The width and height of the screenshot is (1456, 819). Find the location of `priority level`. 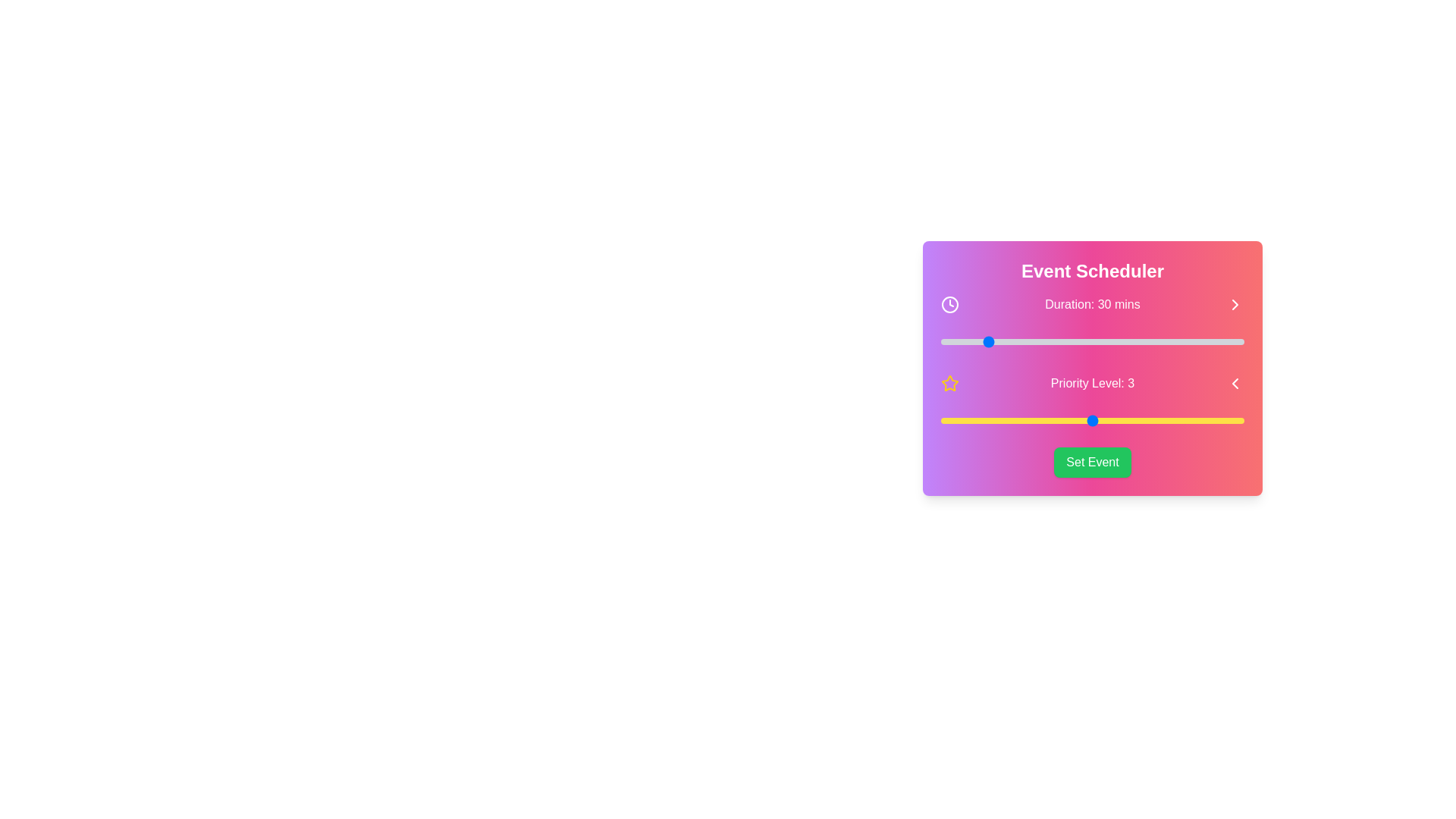

priority level is located at coordinates (1092, 421).